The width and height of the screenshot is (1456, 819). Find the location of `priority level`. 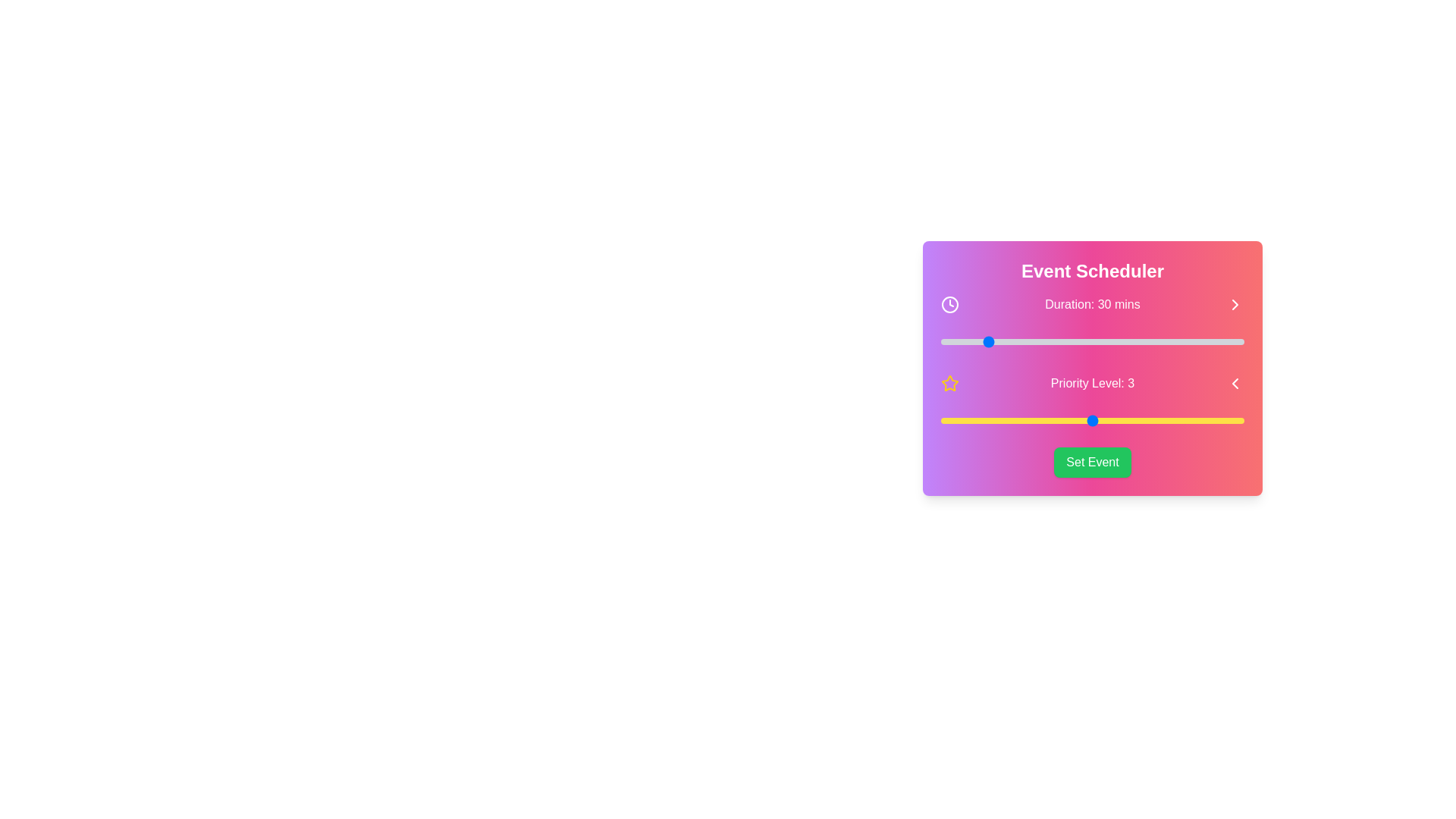

priority level is located at coordinates (1092, 421).